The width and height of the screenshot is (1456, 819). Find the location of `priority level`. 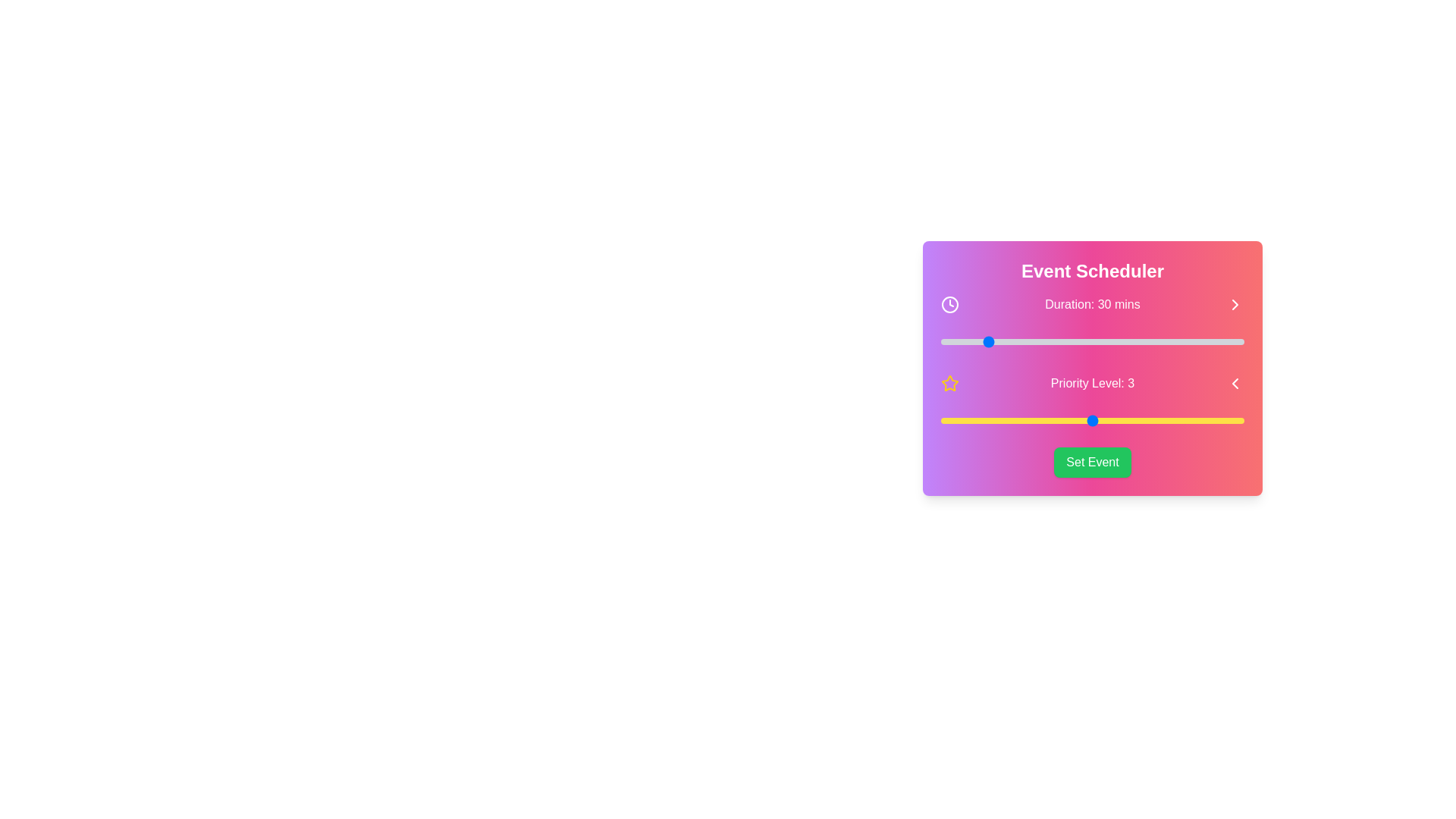

priority level is located at coordinates (1092, 421).